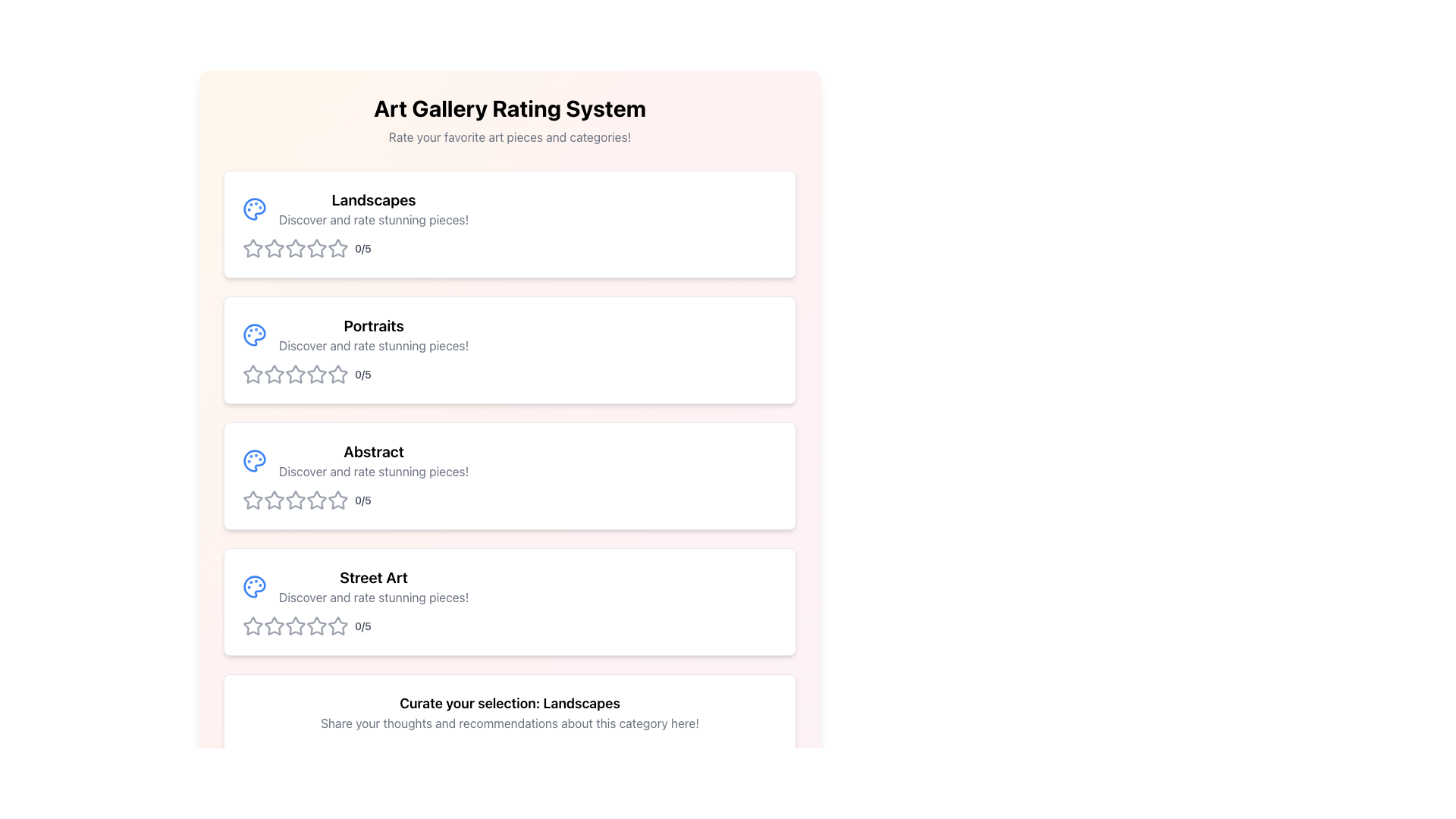 The height and width of the screenshot is (819, 1456). What do you see at coordinates (315, 626) in the screenshot?
I see `the fourth star in the rating component for the 'Street Art' gallery item` at bounding box center [315, 626].